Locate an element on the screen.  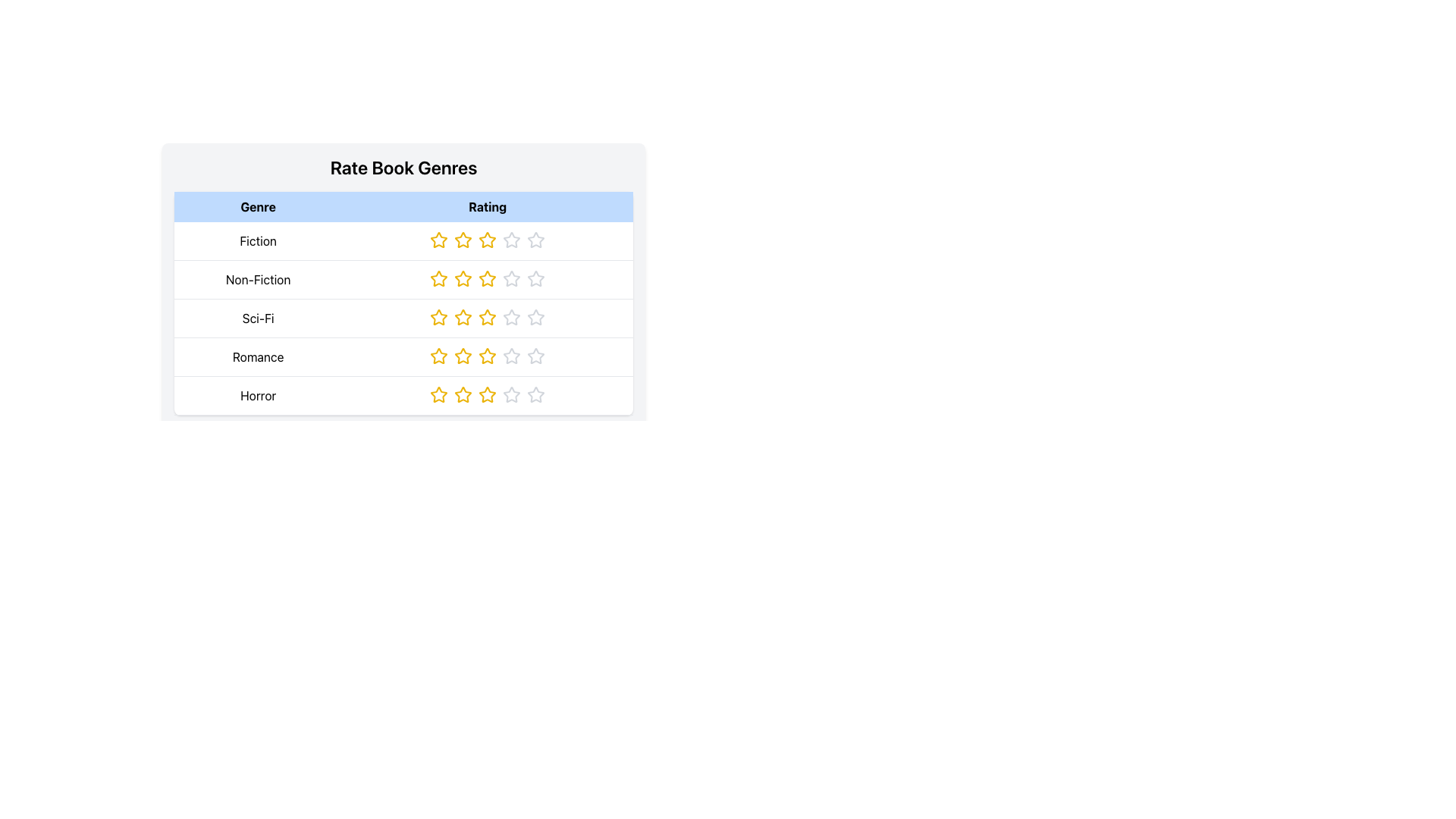
the third rating star icon located in the second row under the 'Non-Fiction' genre in the 'Rating' column is located at coordinates (512, 278).